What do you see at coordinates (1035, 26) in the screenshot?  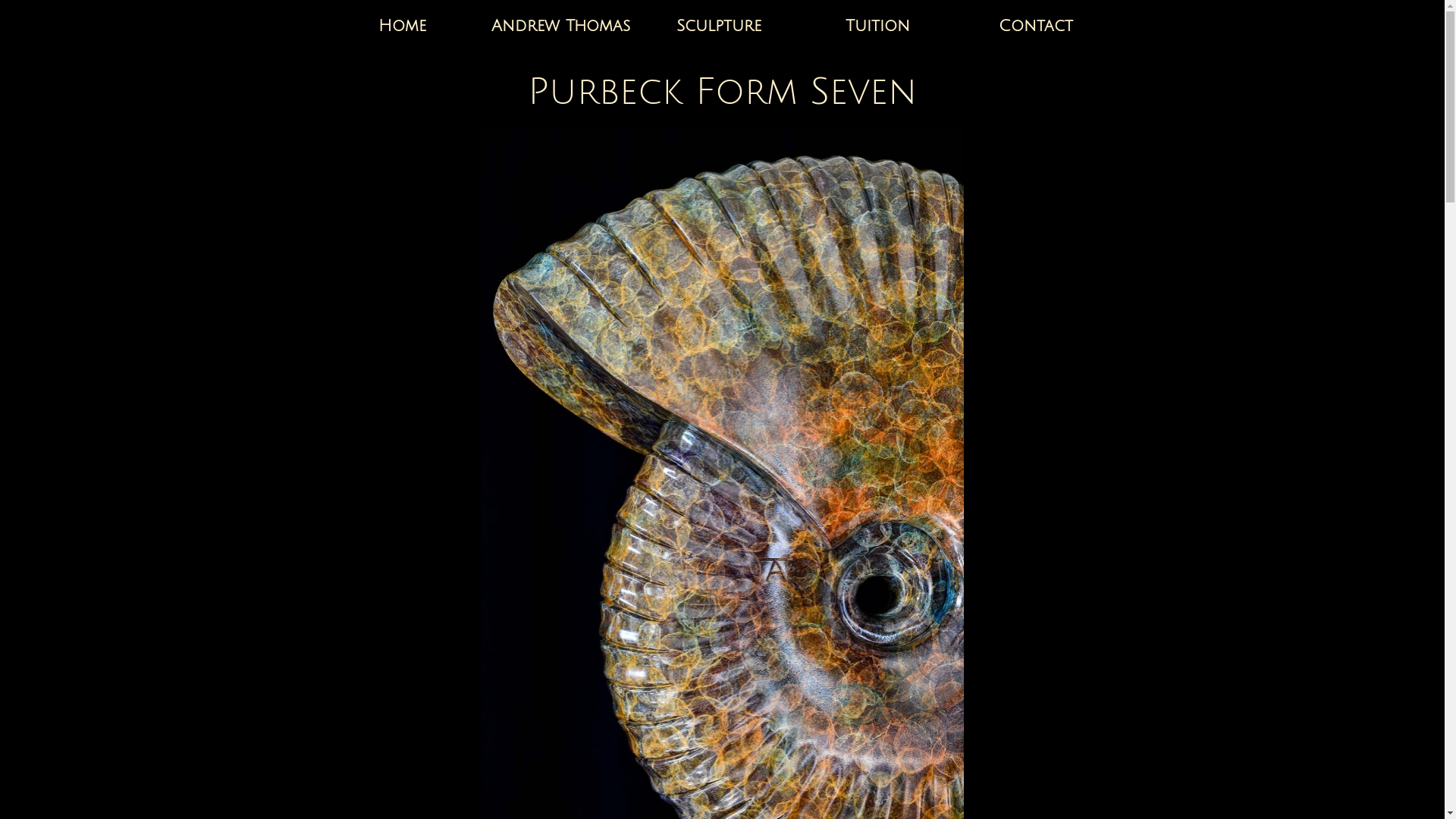 I see `'Contact'` at bounding box center [1035, 26].